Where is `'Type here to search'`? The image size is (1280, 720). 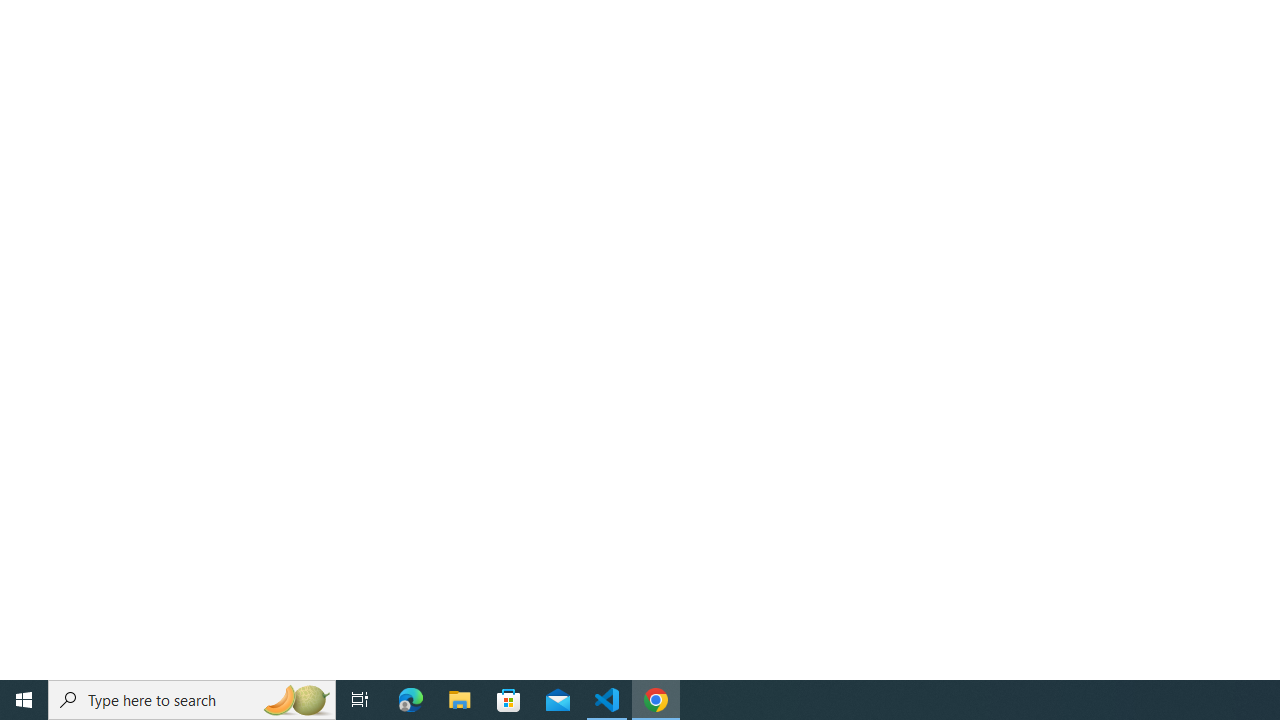
'Type here to search' is located at coordinates (192, 698).